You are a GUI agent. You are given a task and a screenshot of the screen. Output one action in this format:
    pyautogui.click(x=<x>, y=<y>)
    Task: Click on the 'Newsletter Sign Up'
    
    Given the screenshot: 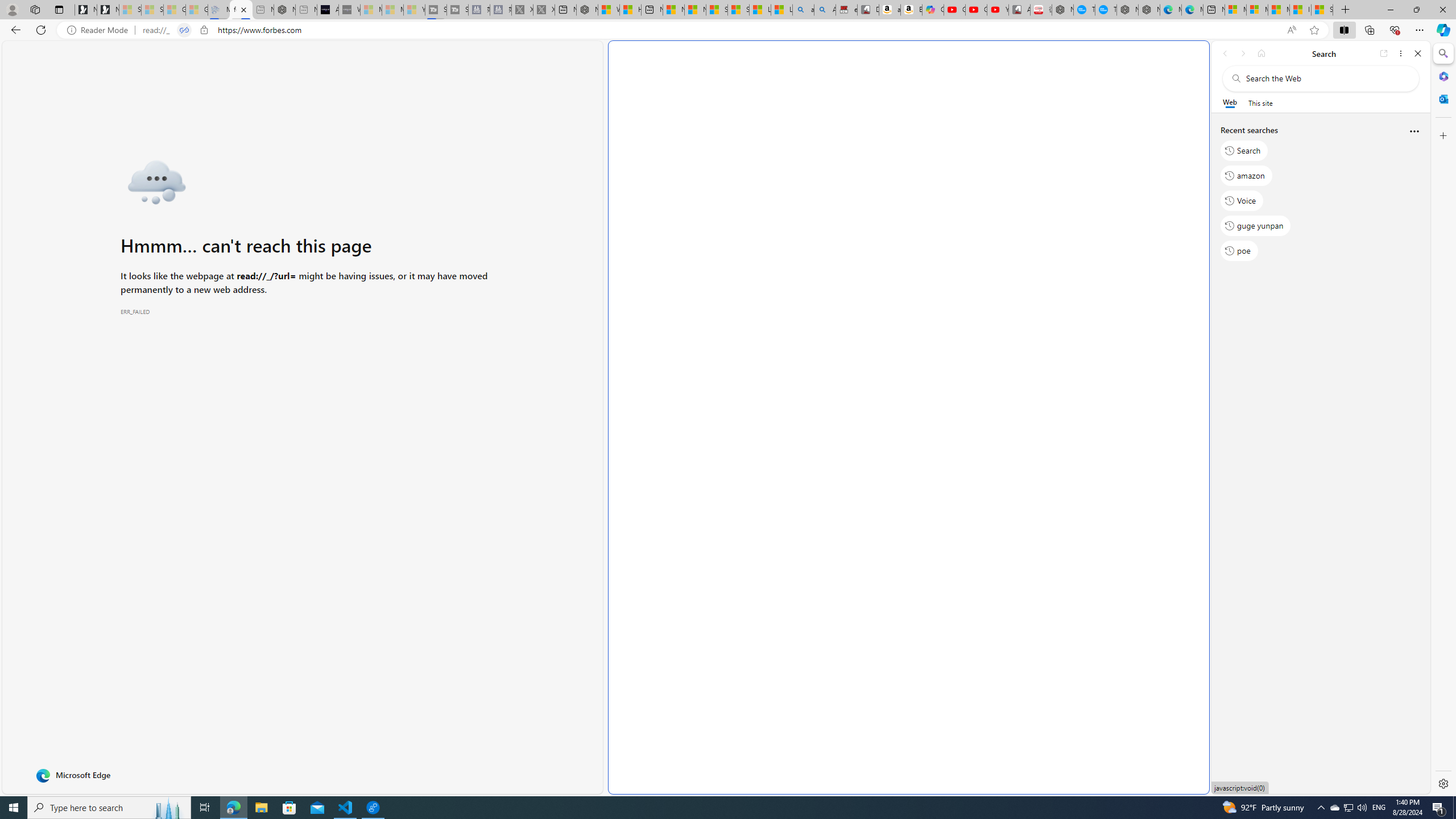 What is the action you would take?
    pyautogui.click(x=107, y=9)
    